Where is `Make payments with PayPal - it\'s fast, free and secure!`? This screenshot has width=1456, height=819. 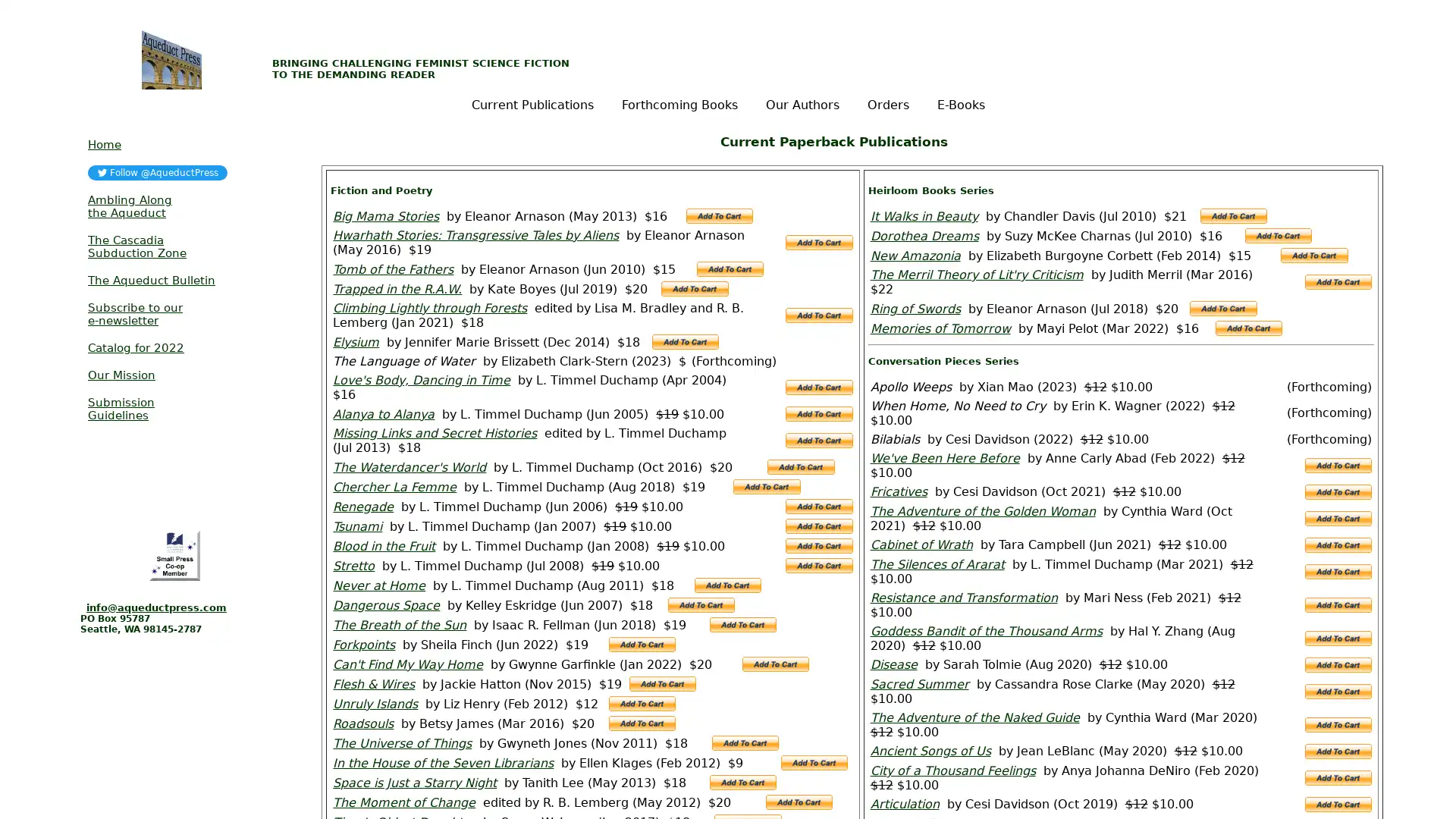
Make payments with PayPal - it\'s fast, free and secure! is located at coordinates (641, 644).